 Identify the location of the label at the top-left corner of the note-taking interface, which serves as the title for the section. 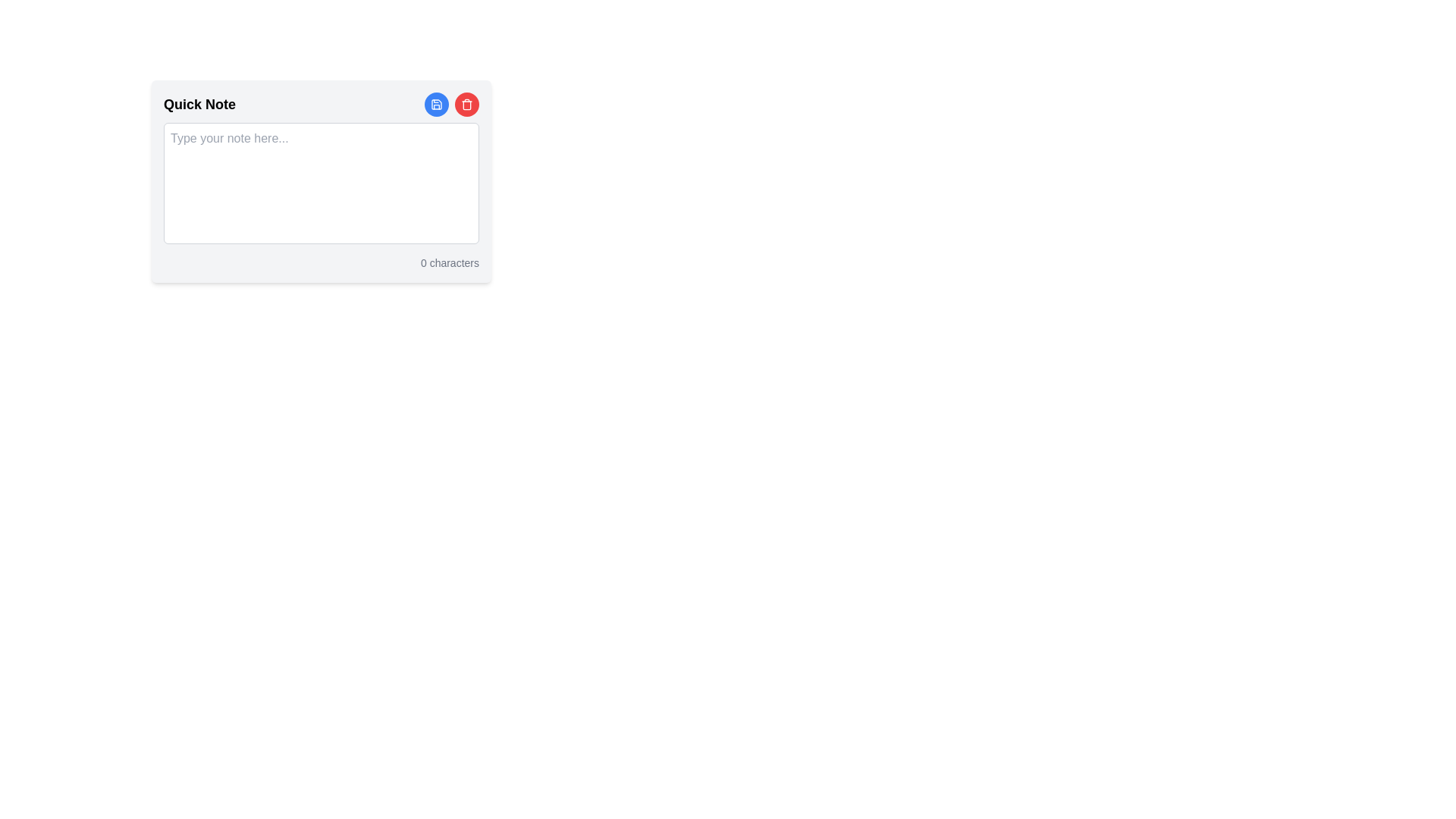
(199, 104).